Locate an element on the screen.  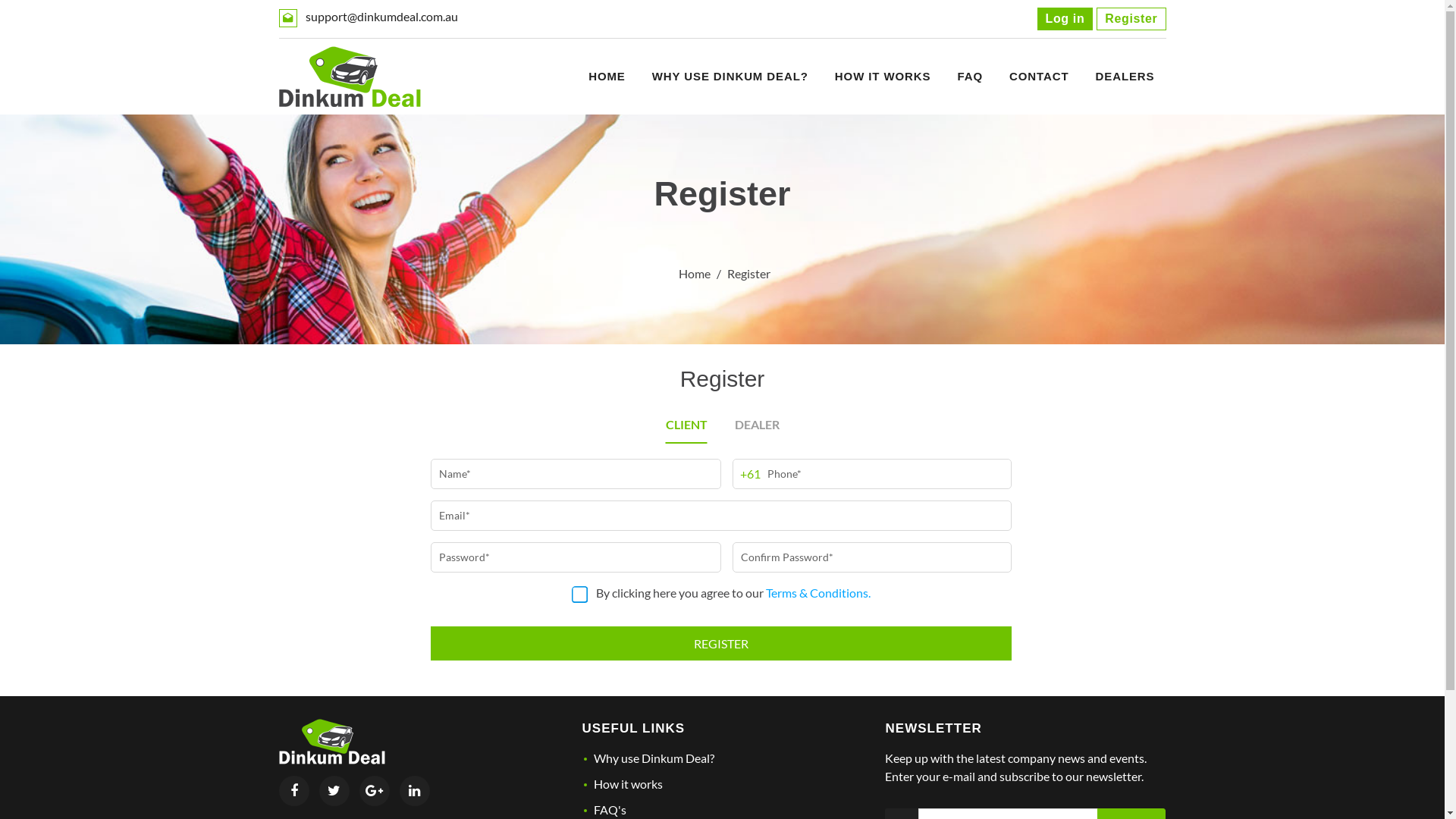
'DEALER' is located at coordinates (756, 424).